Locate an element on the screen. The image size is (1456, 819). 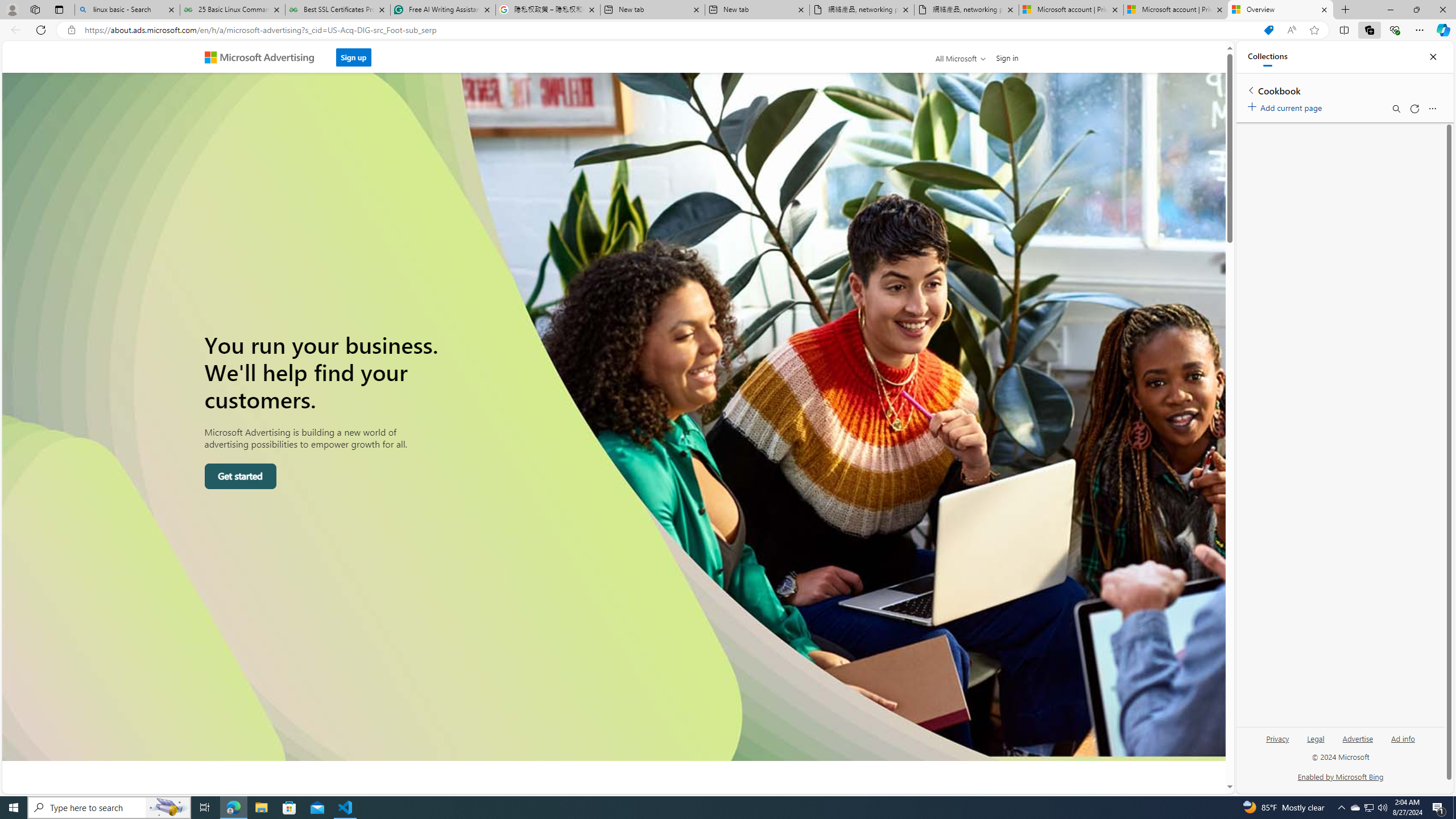
'More options menu' is located at coordinates (1433, 109).